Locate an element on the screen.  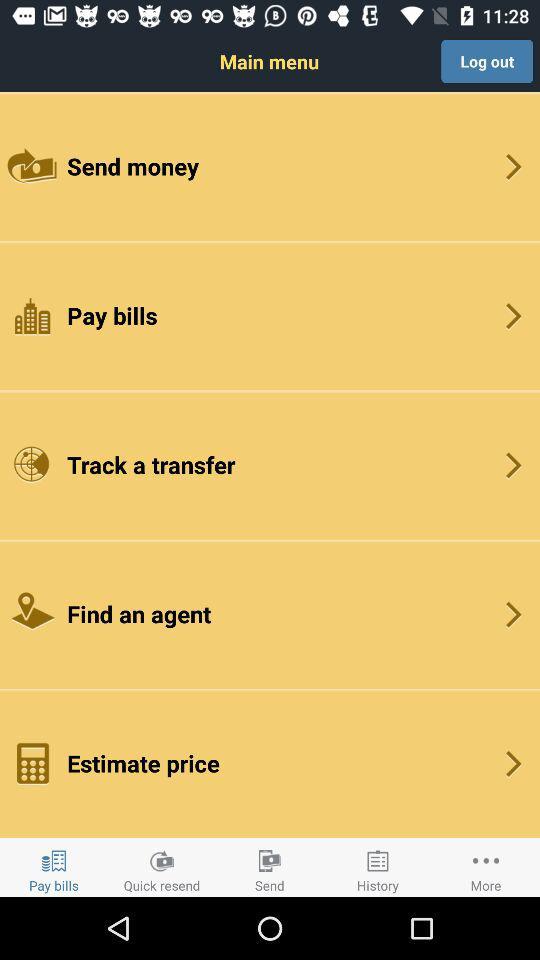
the app next to the main menu app is located at coordinates (486, 61).